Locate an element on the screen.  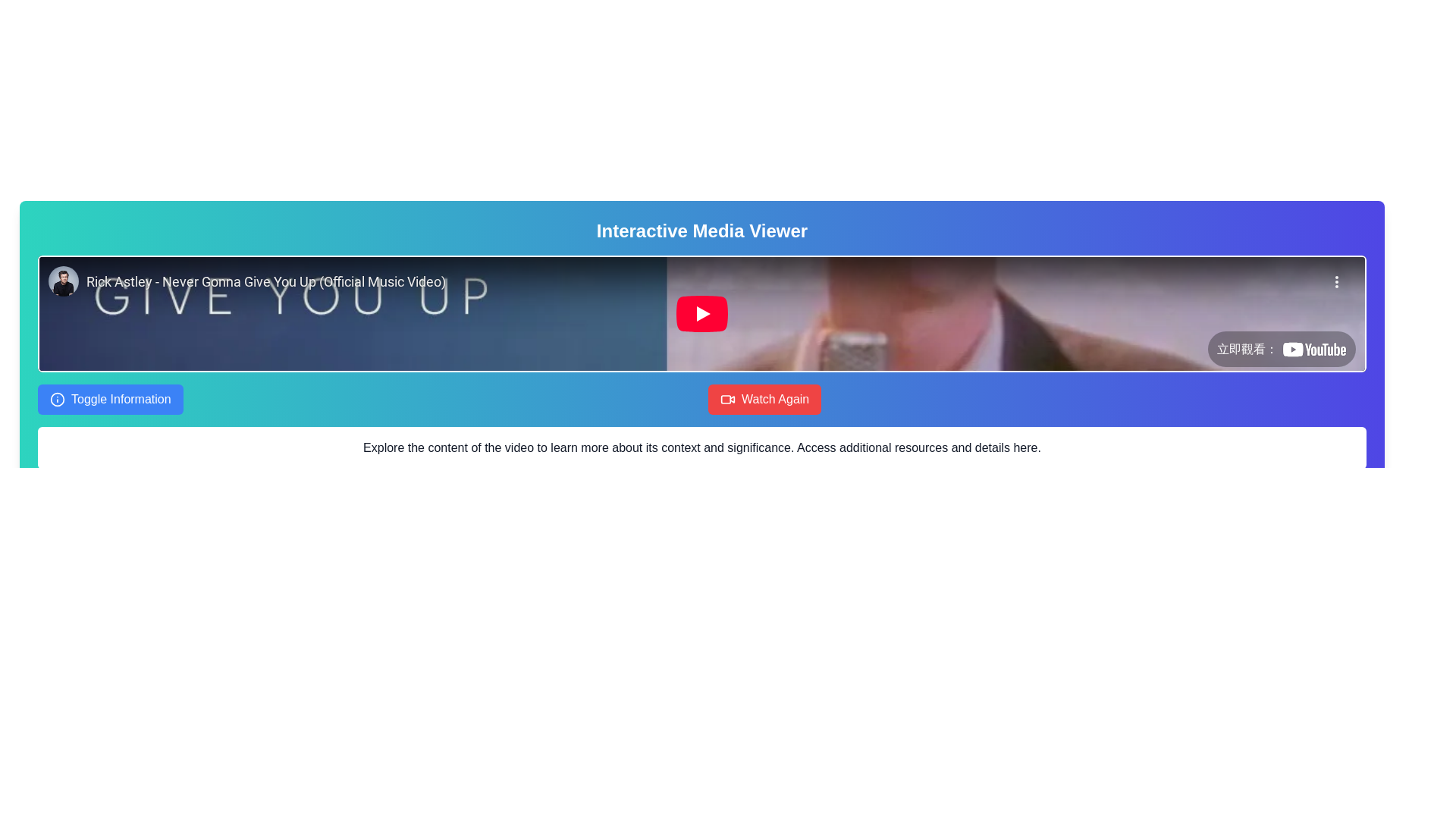
the media restart button located towards the right-center of the interactive media viewer interface to restart the video playback is located at coordinates (764, 399).